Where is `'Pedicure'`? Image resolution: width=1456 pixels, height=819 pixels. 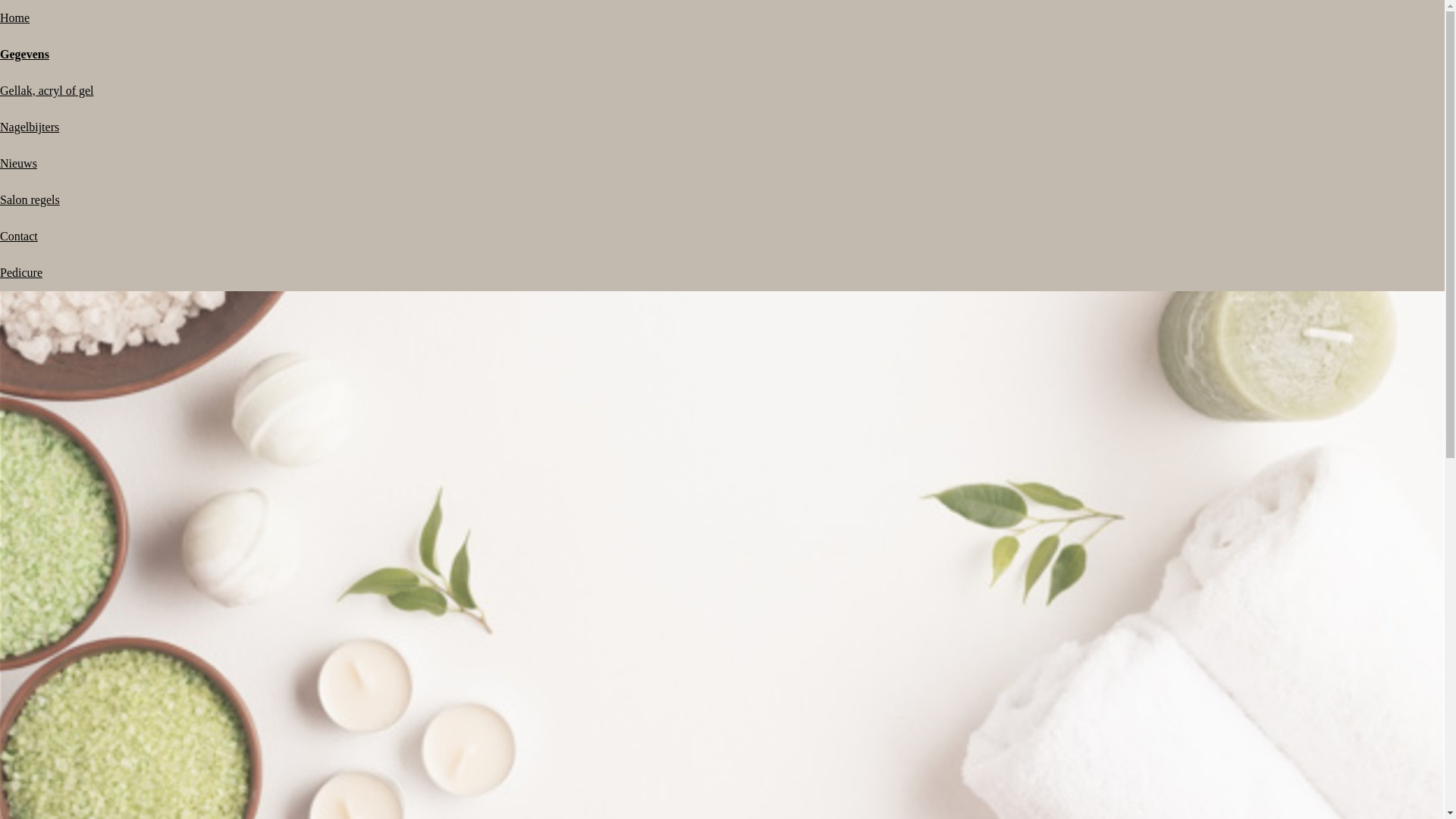 'Pedicure' is located at coordinates (21, 271).